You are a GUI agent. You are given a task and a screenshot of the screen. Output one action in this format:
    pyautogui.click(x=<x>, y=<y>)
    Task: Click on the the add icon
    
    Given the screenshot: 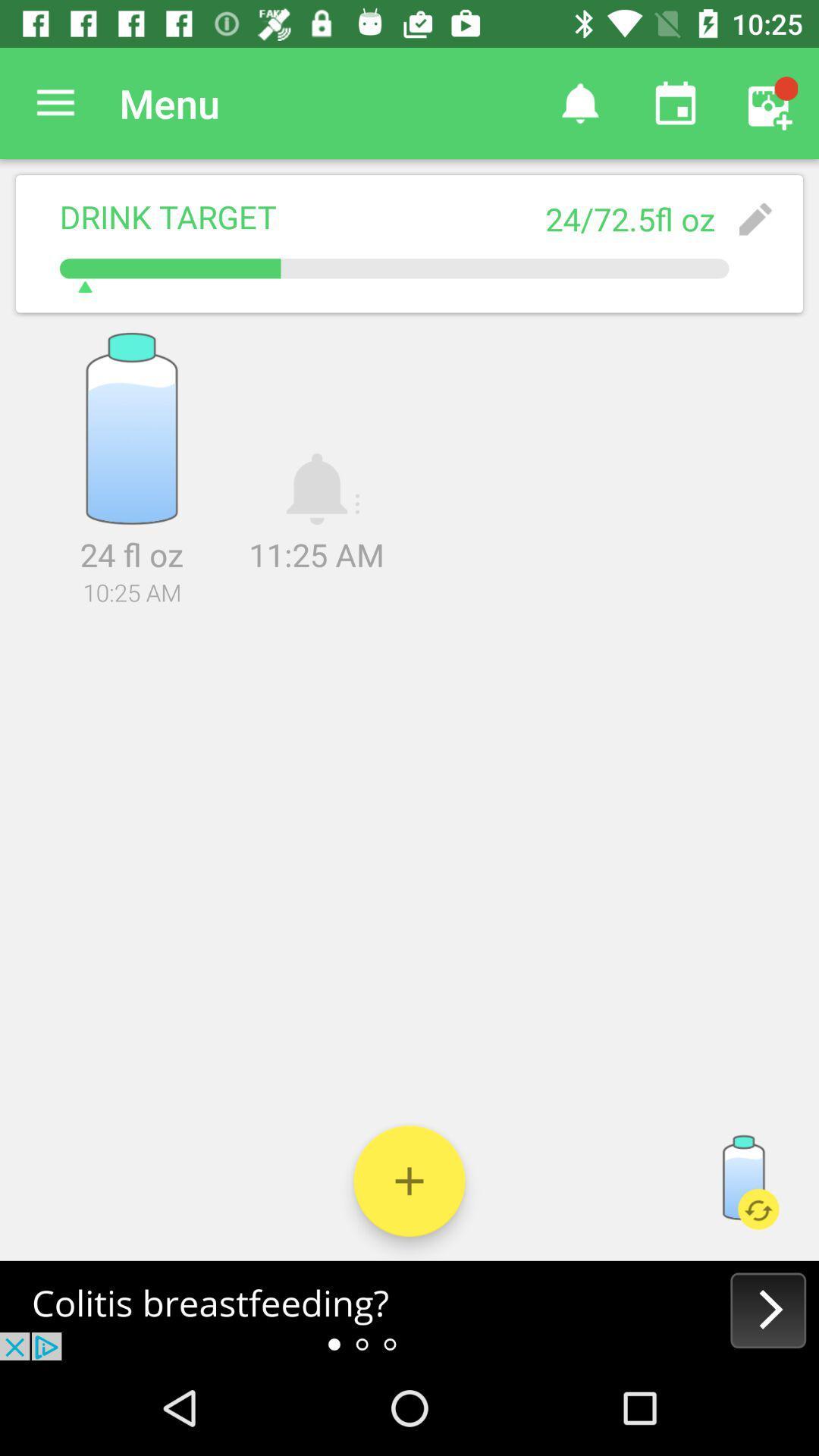 What is the action you would take?
    pyautogui.click(x=409, y=1180)
    